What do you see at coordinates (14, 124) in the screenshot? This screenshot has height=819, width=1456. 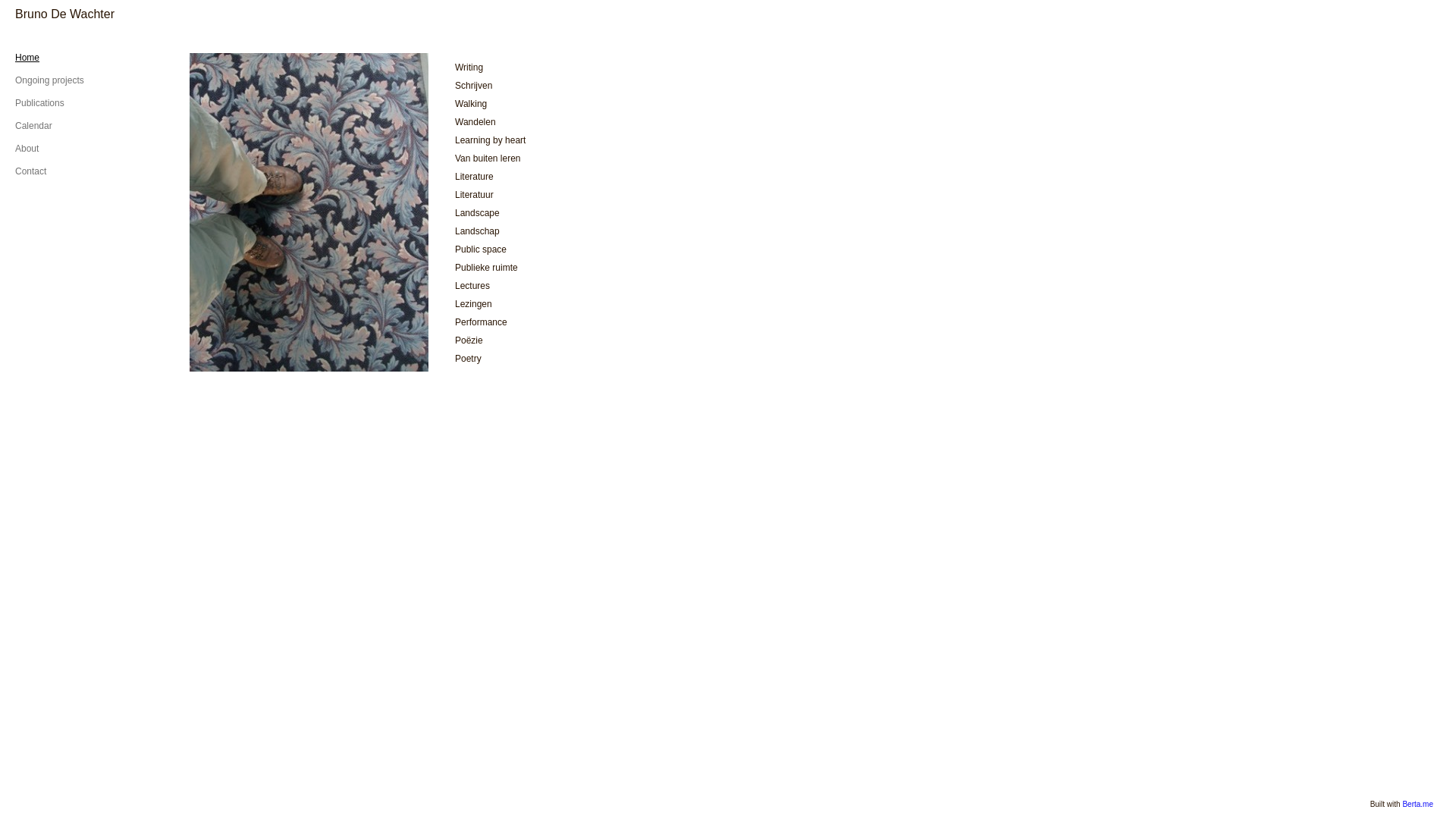 I see `'Calendar'` at bounding box center [14, 124].